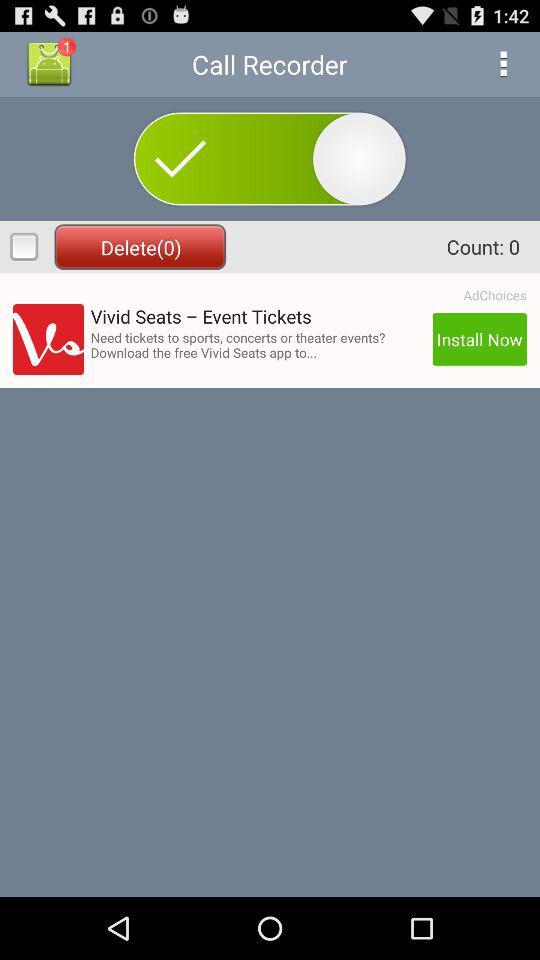 The width and height of the screenshot is (540, 960). Describe the element at coordinates (494, 294) in the screenshot. I see `adchoices` at that location.